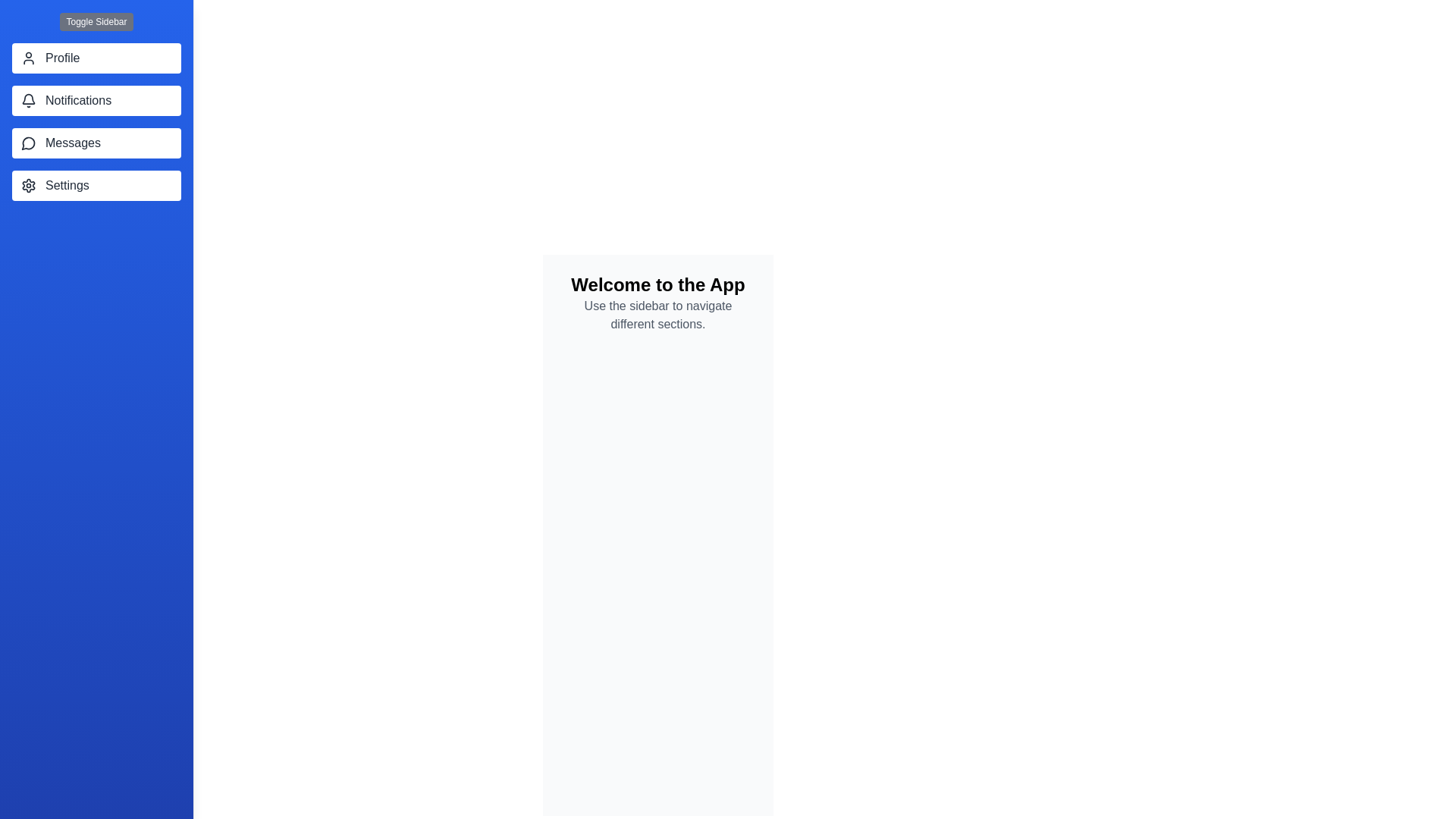 The image size is (1456, 819). Describe the element at coordinates (96, 100) in the screenshot. I see `the sidebar button labeled 'Notifications' to observe visual feedback` at that location.